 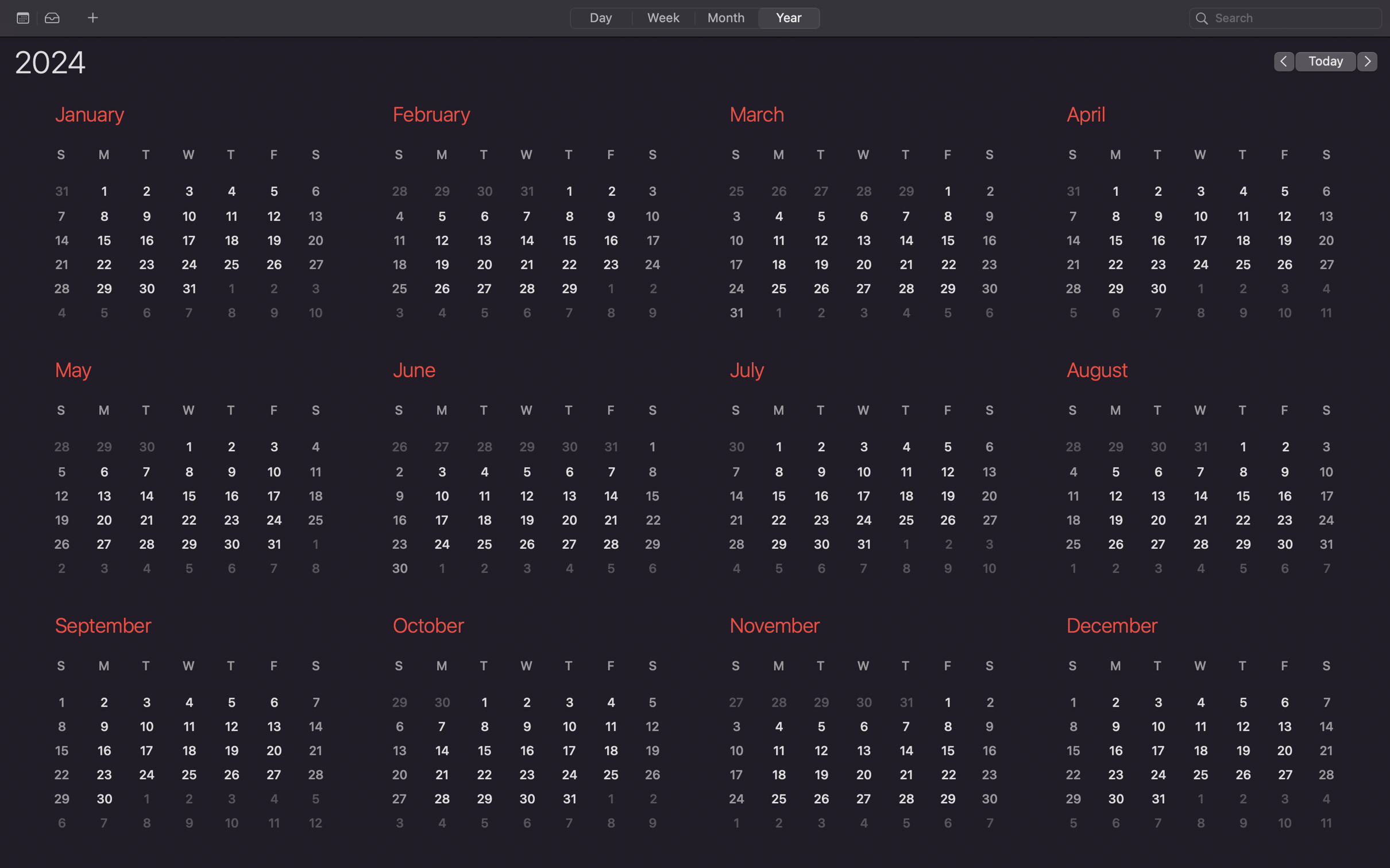 I want to click on the October month"s calendar, so click(x=524, y=727).